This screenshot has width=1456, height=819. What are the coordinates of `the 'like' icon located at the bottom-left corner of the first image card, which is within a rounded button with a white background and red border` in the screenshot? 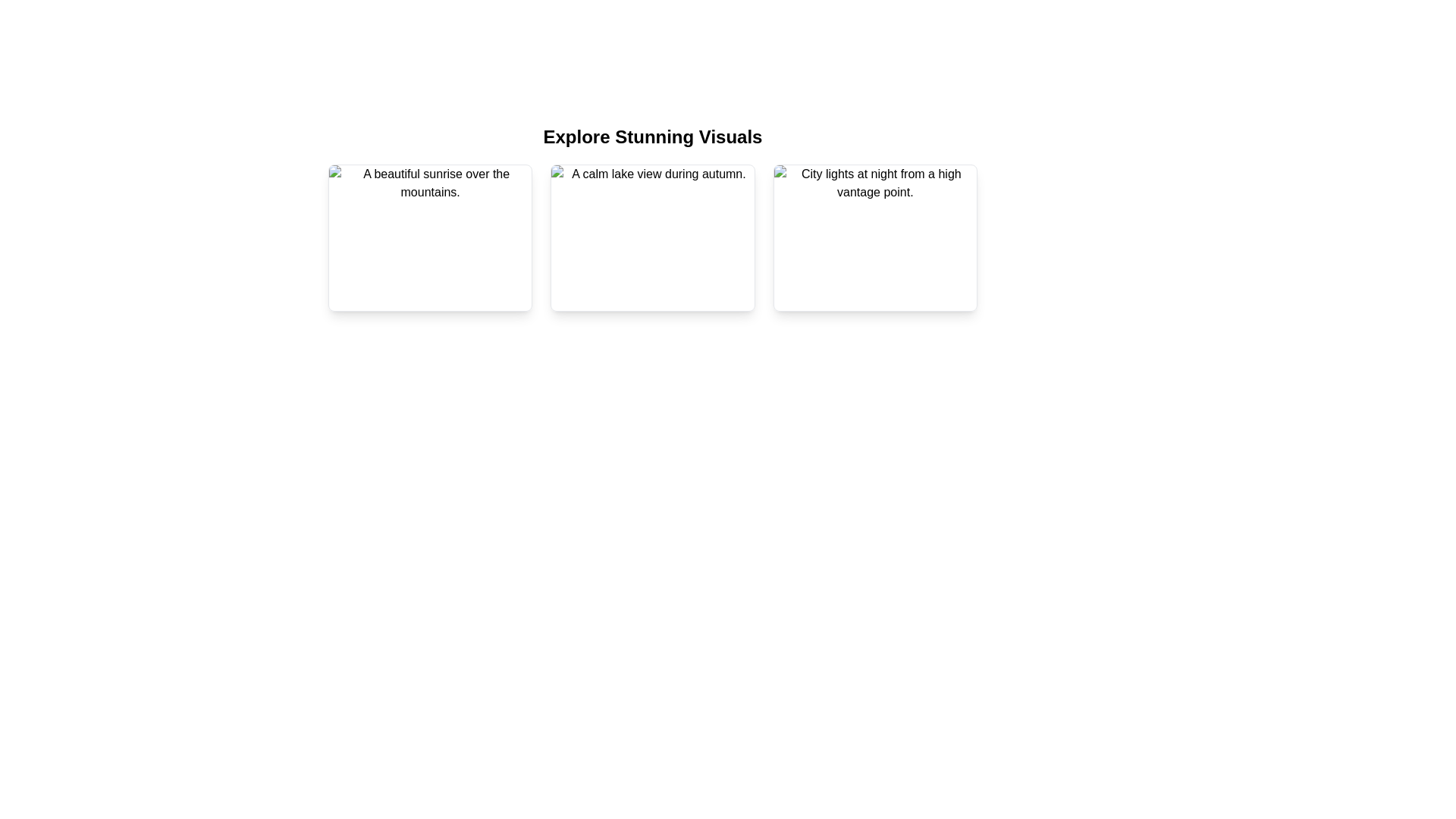 It's located at (382, 294).